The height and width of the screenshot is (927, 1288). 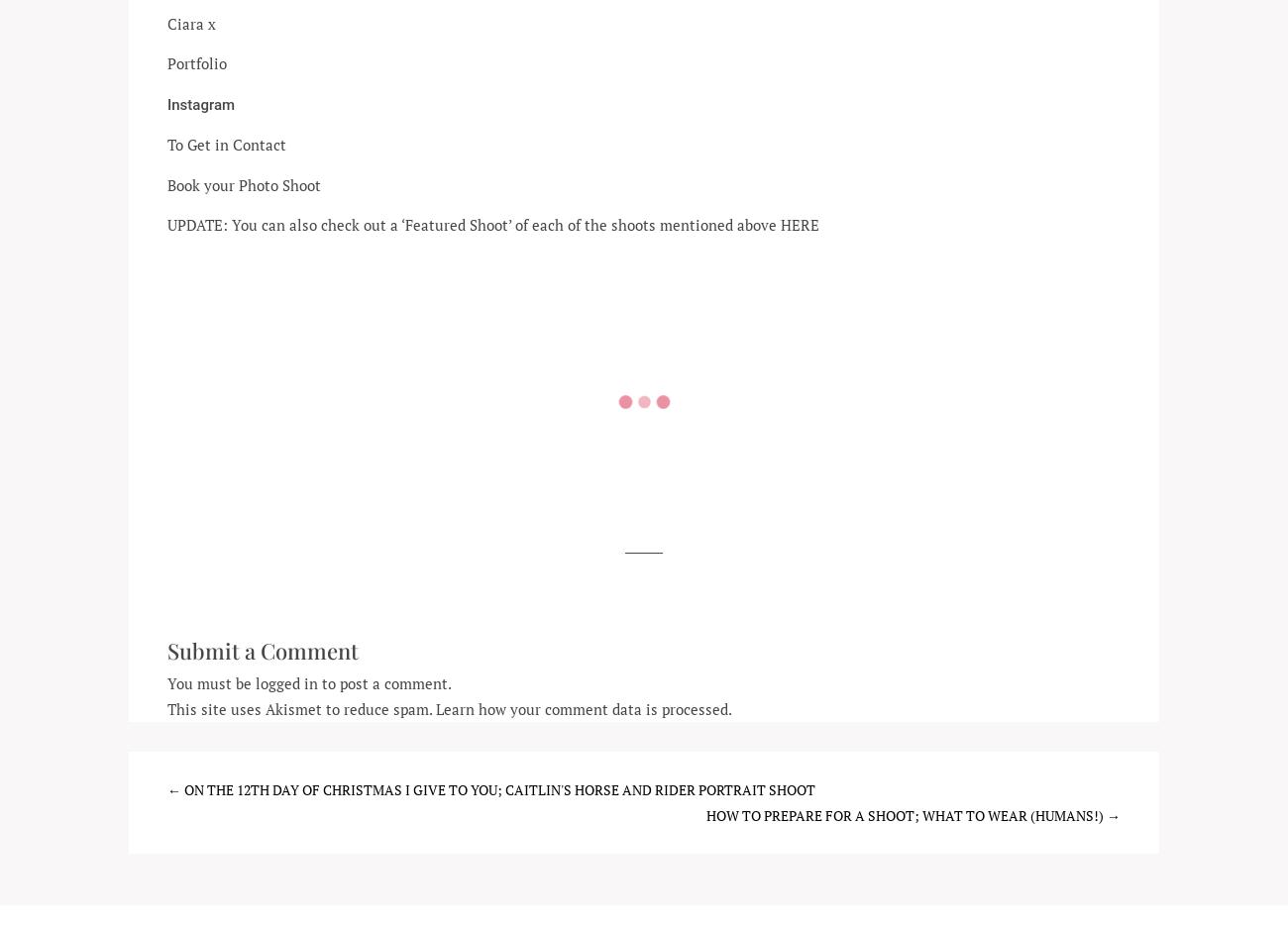 What do you see at coordinates (581, 707) in the screenshot?
I see `'Learn how your comment data is processed'` at bounding box center [581, 707].